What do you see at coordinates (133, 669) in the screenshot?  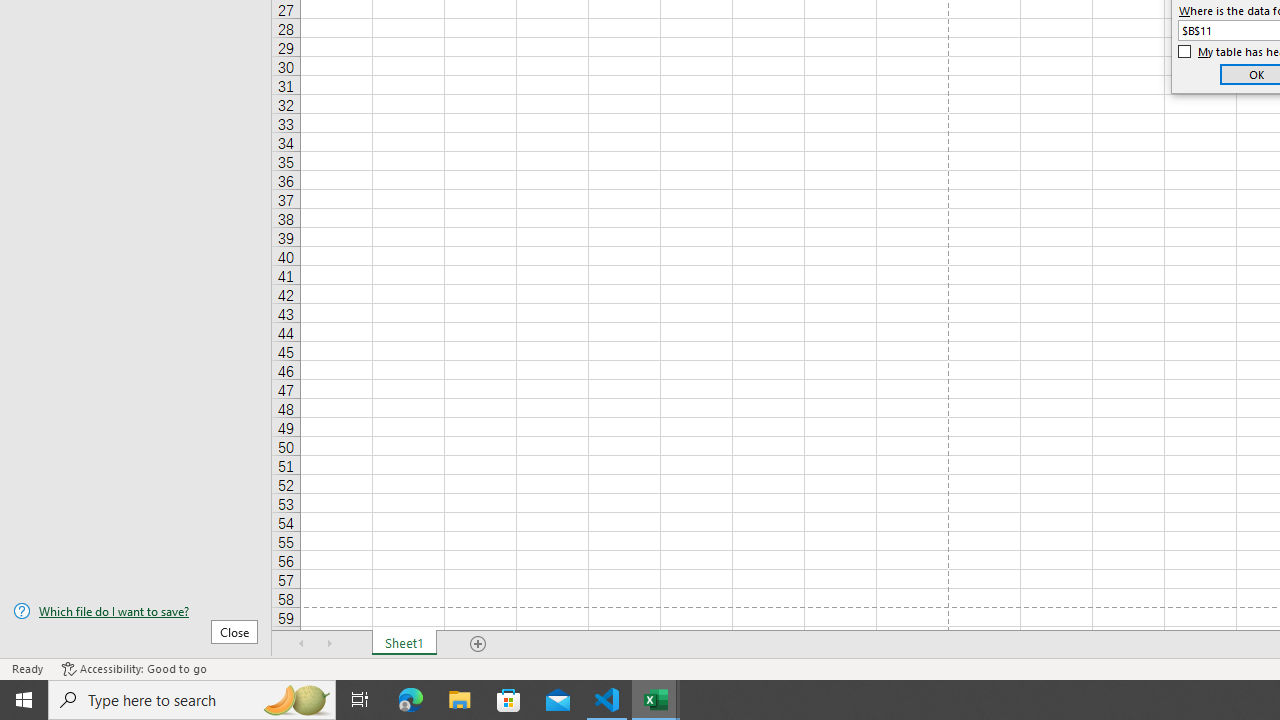 I see `'Accessibility Checker Accessibility: Good to go'` at bounding box center [133, 669].